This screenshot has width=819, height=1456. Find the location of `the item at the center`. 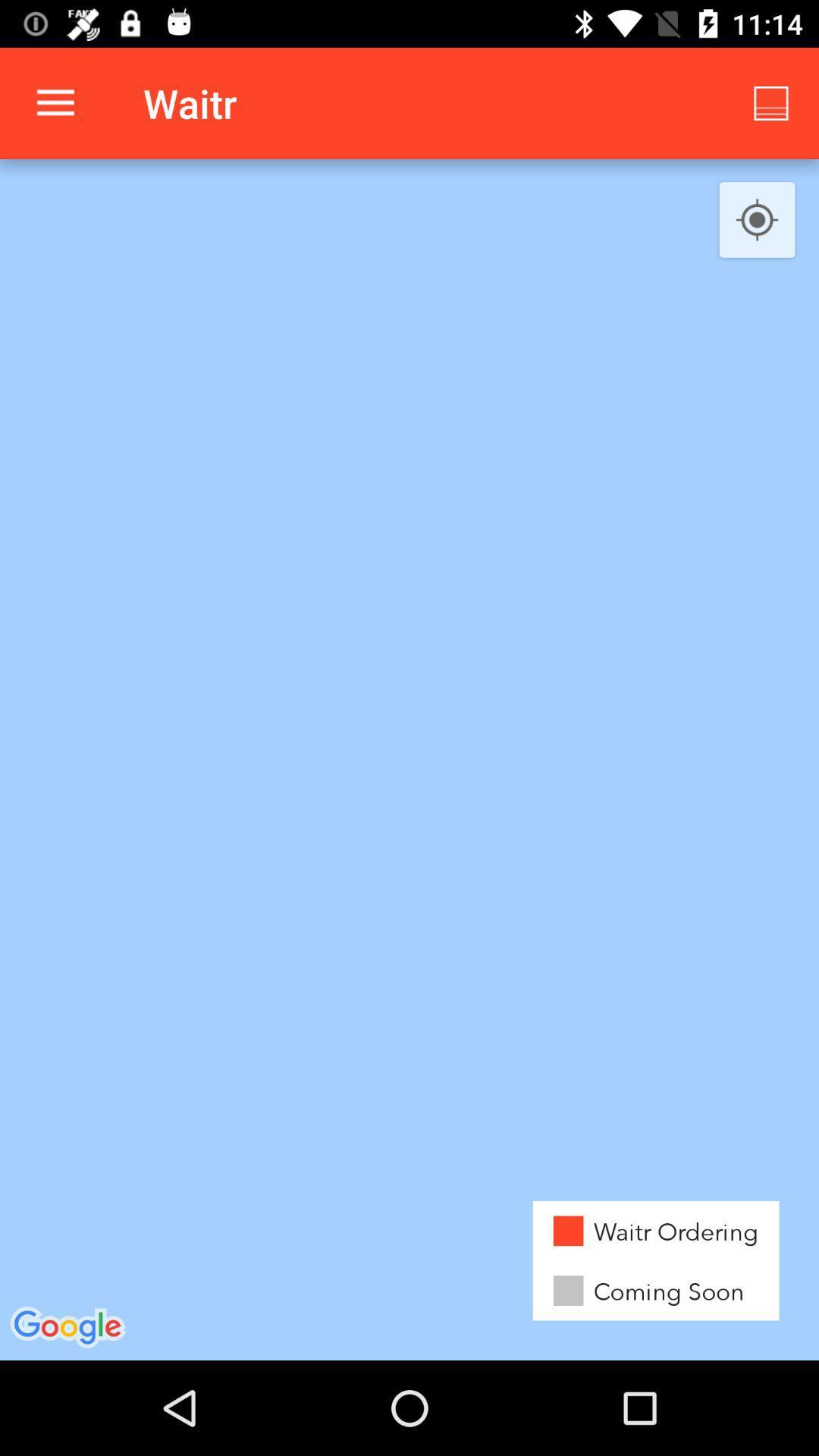

the item at the center is located at coordinates (409, 760).